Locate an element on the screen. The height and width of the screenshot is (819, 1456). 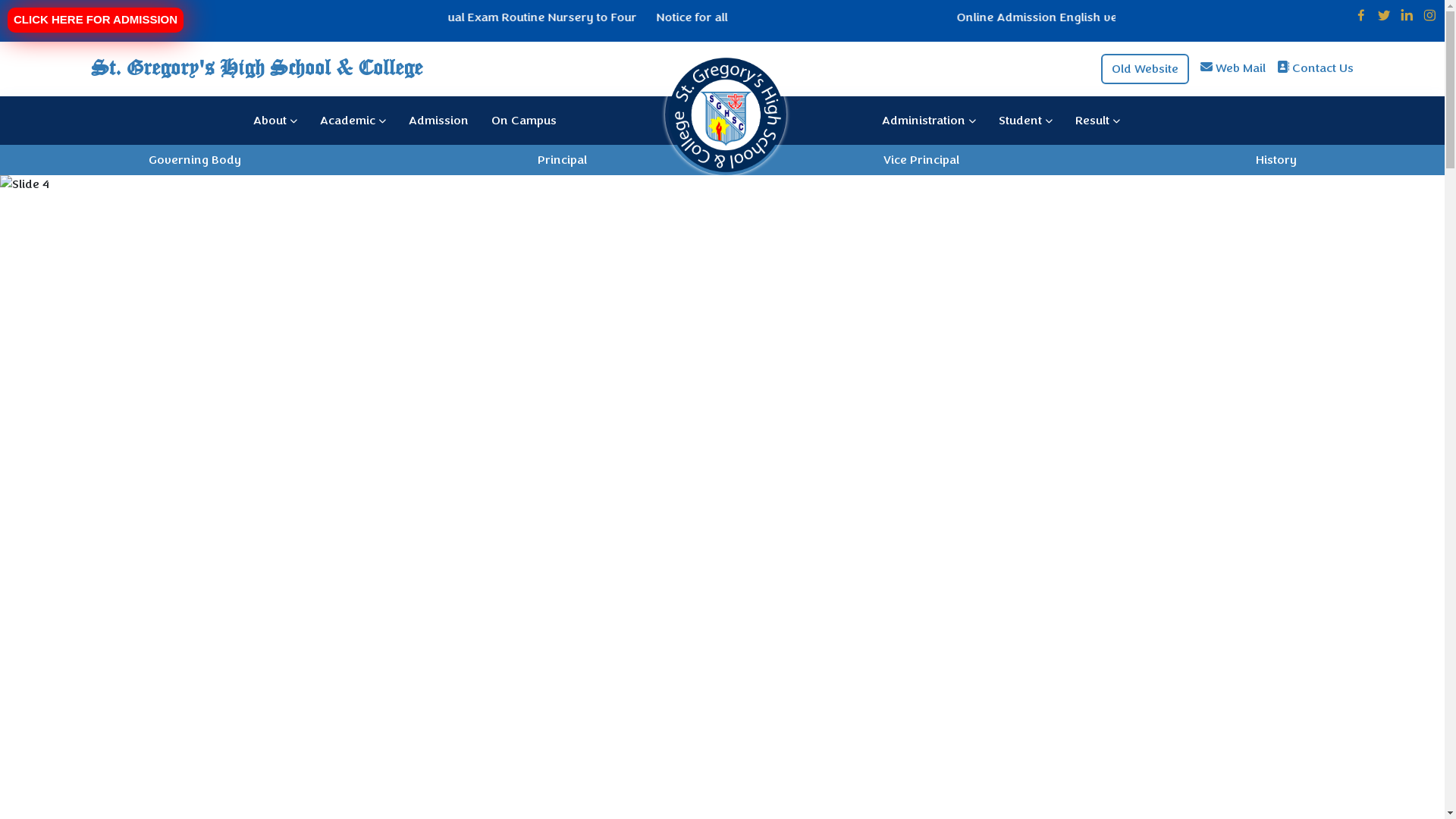
'Governing Body' is located at coordinates (194, 158).